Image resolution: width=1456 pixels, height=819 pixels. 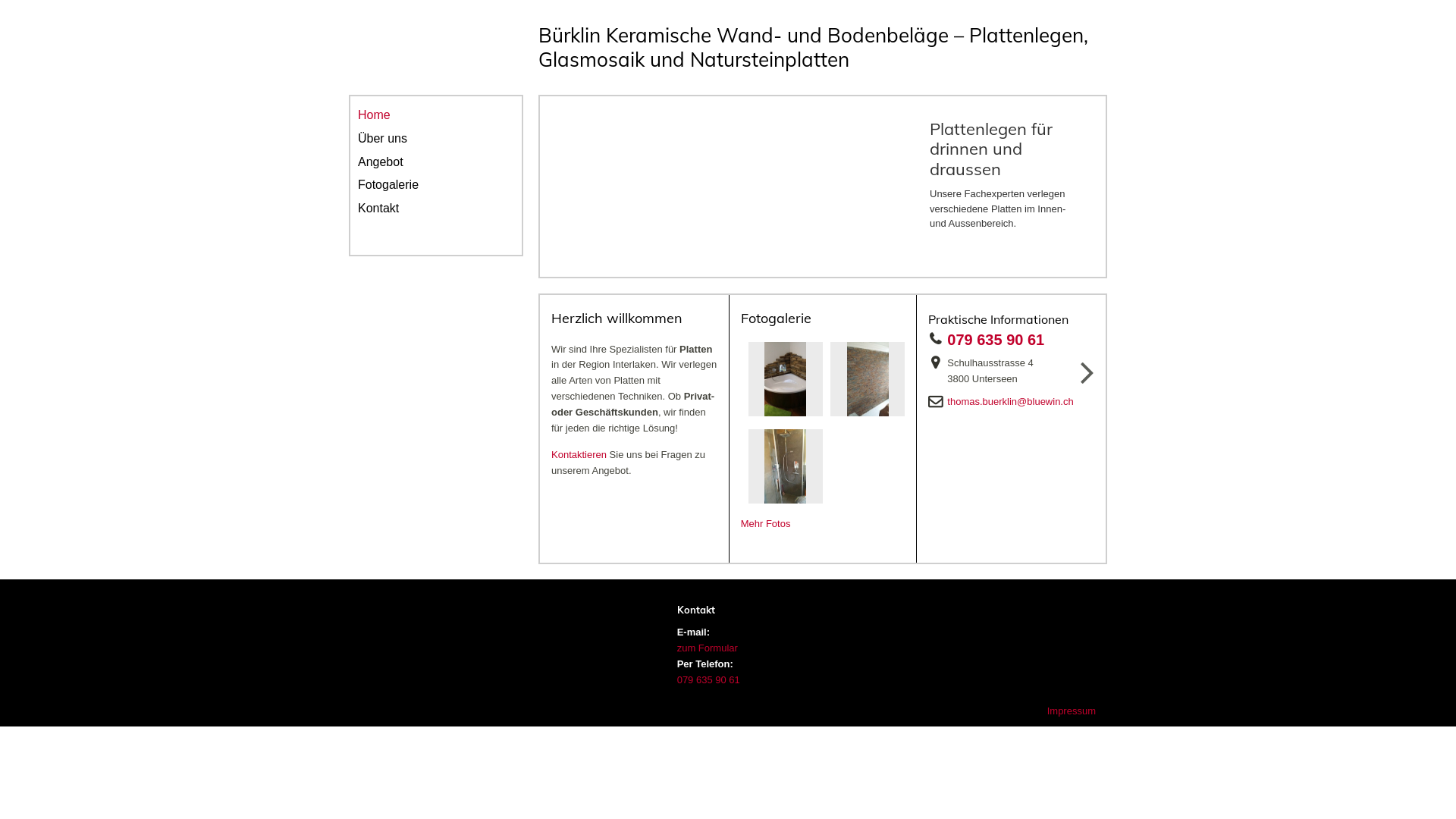 I want to click on 'thomas.buerklin@bluewin.ch', so click(x=1015, y=401).